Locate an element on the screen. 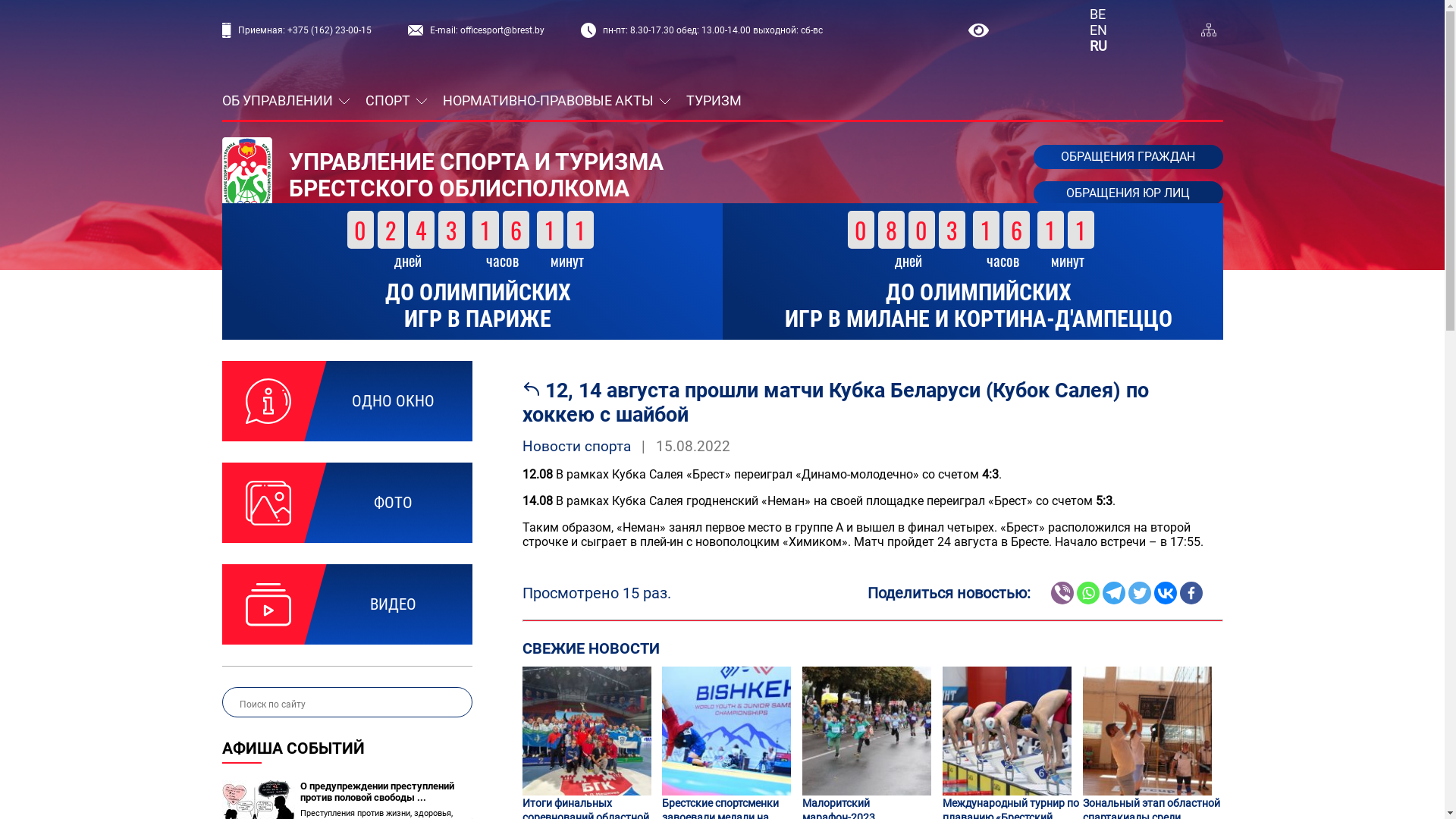  'Facebook' is located at coordinates (1190, 592).